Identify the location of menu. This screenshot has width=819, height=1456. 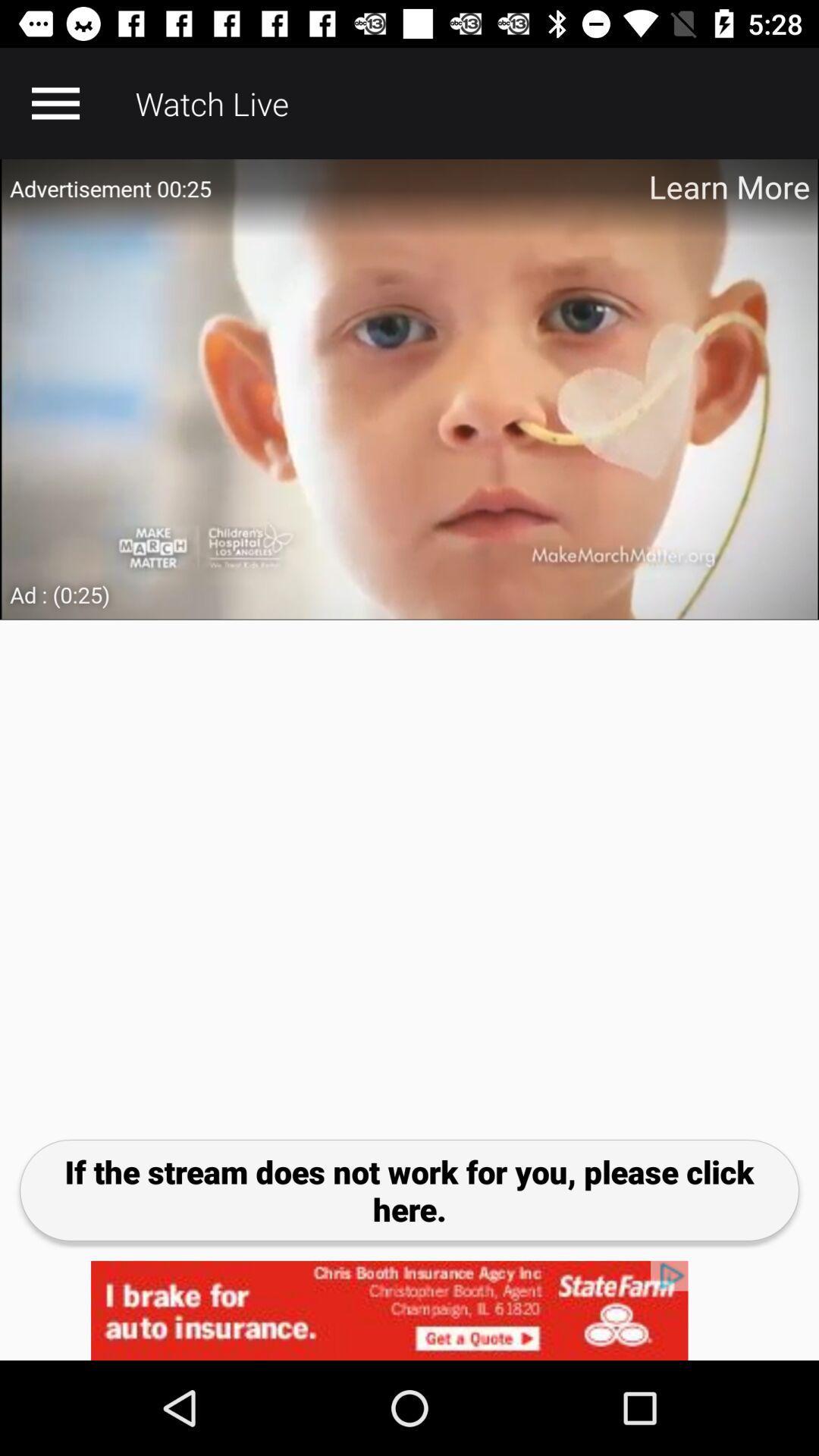
(55, 102).